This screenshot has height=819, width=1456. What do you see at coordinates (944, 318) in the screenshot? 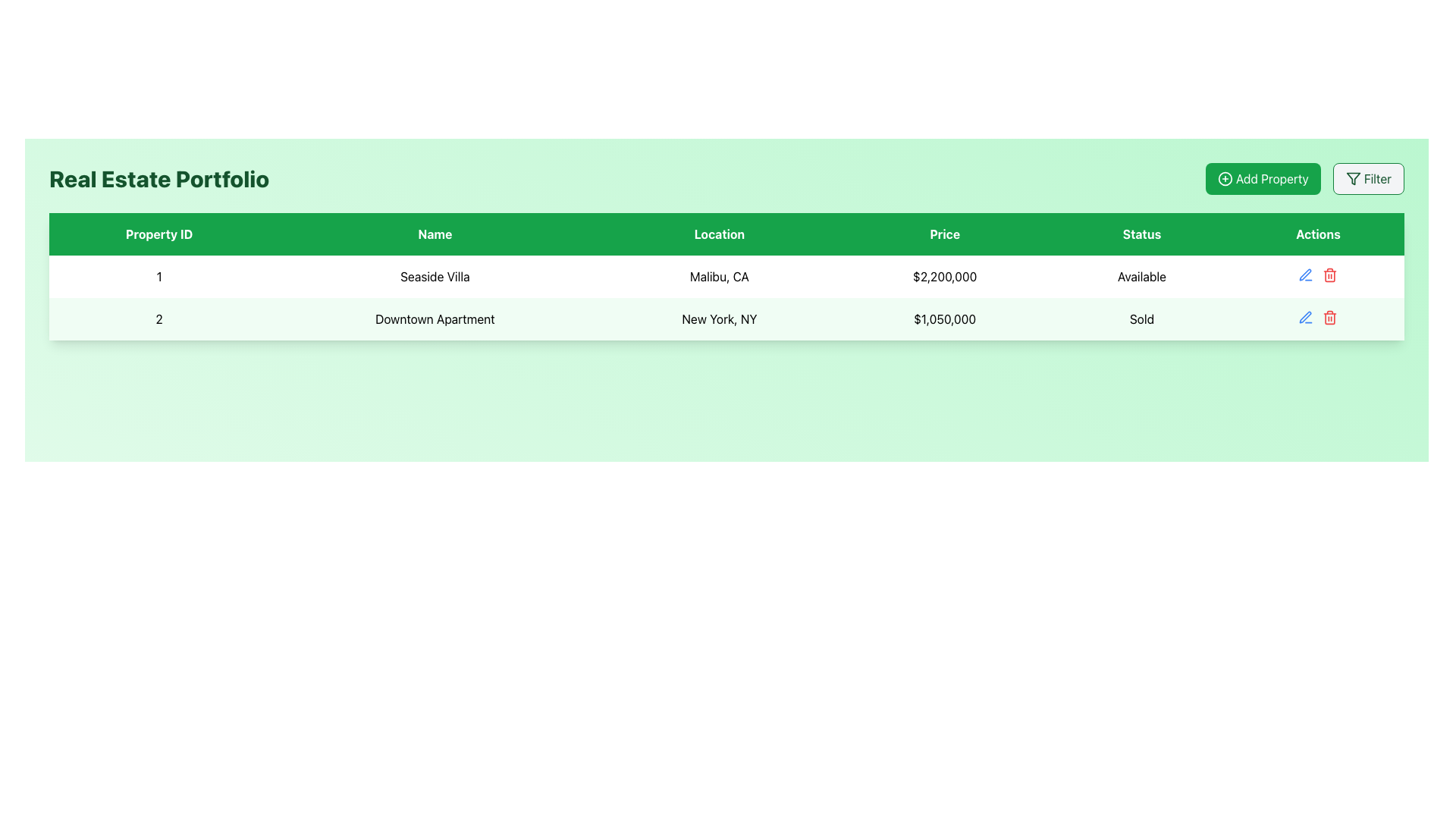
I see `price value displayed in the table cell under the 'Price' column for the 'Downtown Apartment' property, located in the fourth column of the second row` at bounding box center [944, 318].